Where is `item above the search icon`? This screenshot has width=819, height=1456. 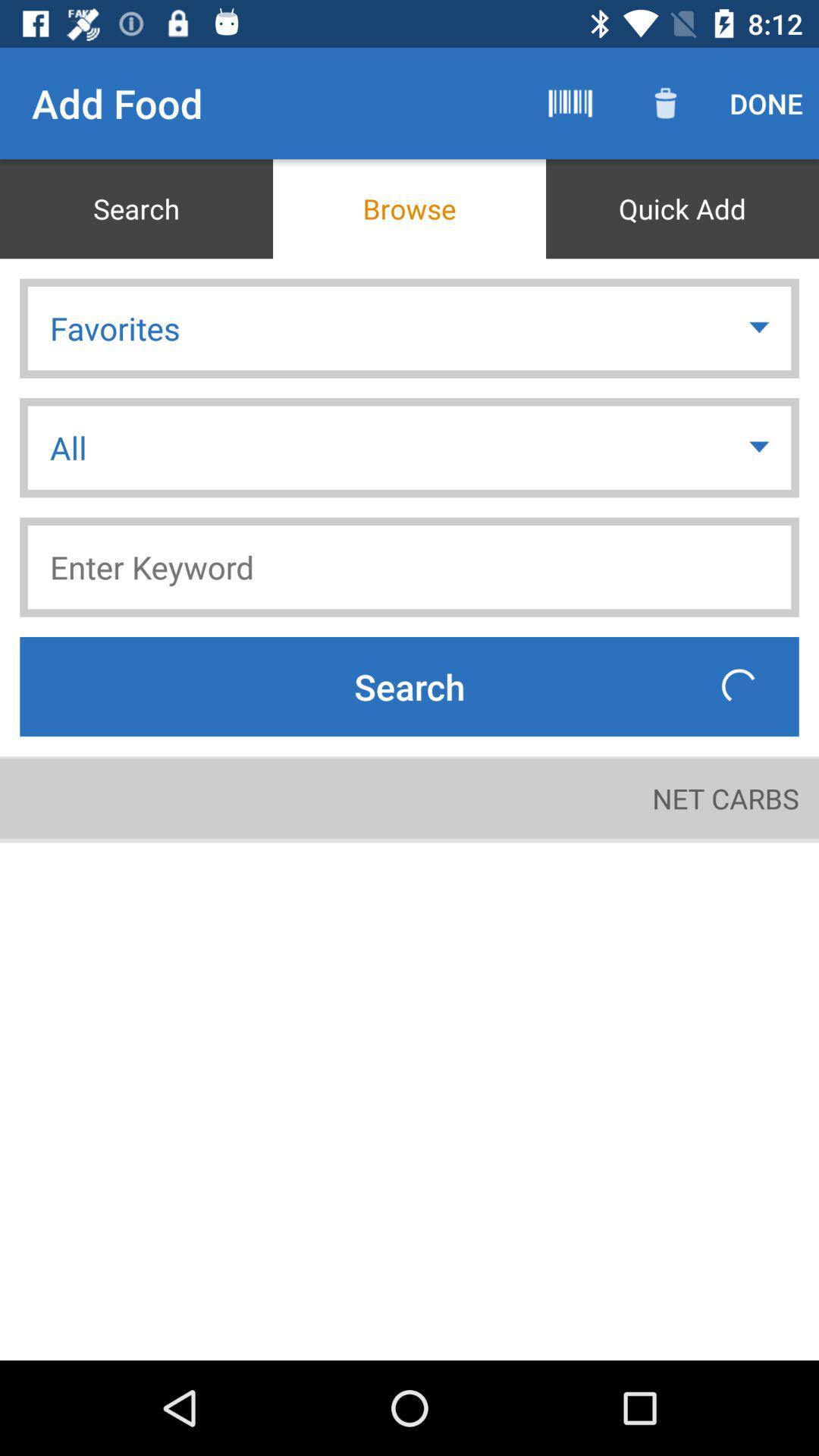
item above the search icon is located at coordinates (409, 566).